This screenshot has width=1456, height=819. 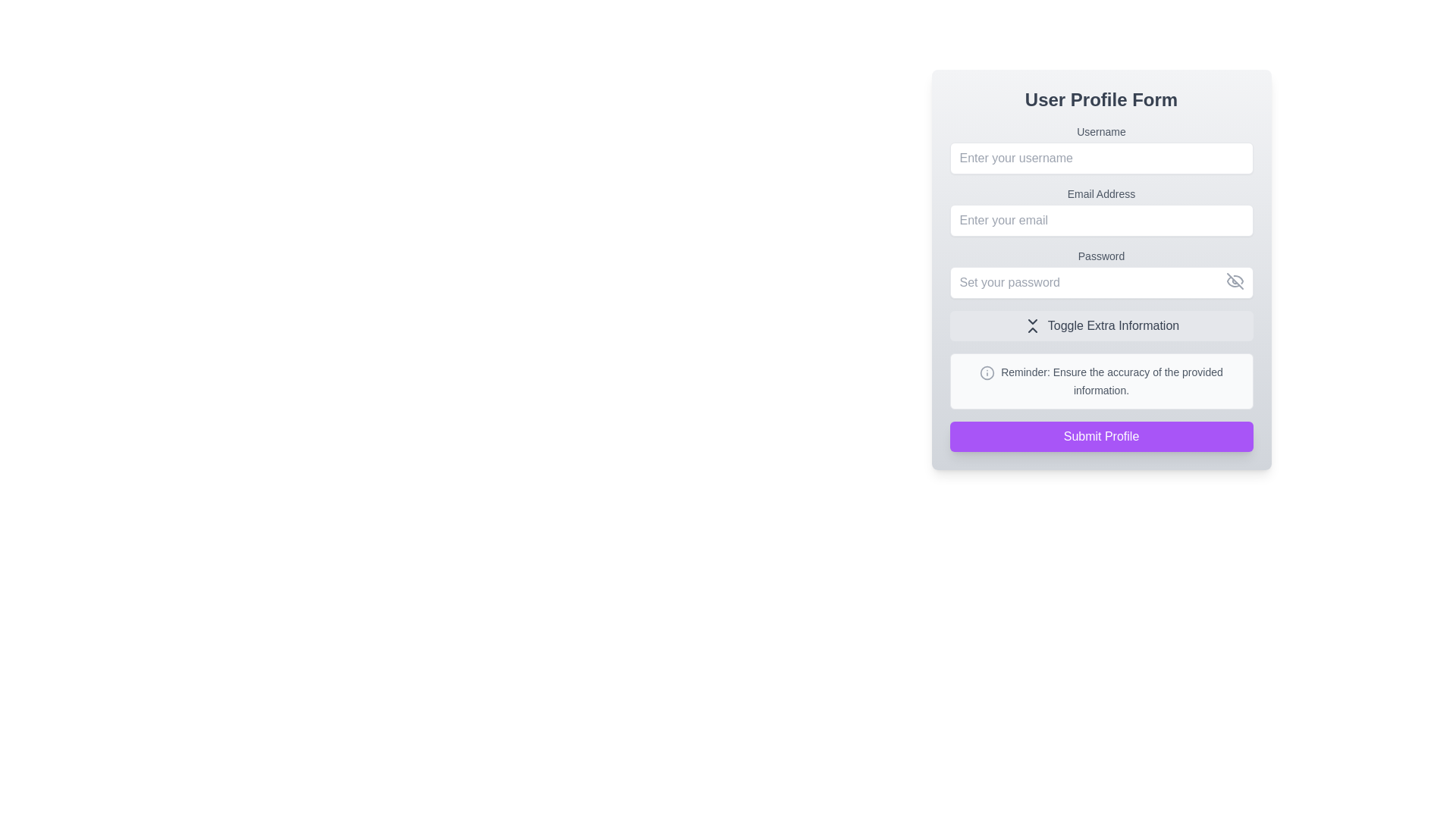 I want to click on the informational text that reminds users to review their data before submission, which is located below the 'Toggle Extra Information' button and above the 'Submit Profile' button, so click(x=1112, y=380).